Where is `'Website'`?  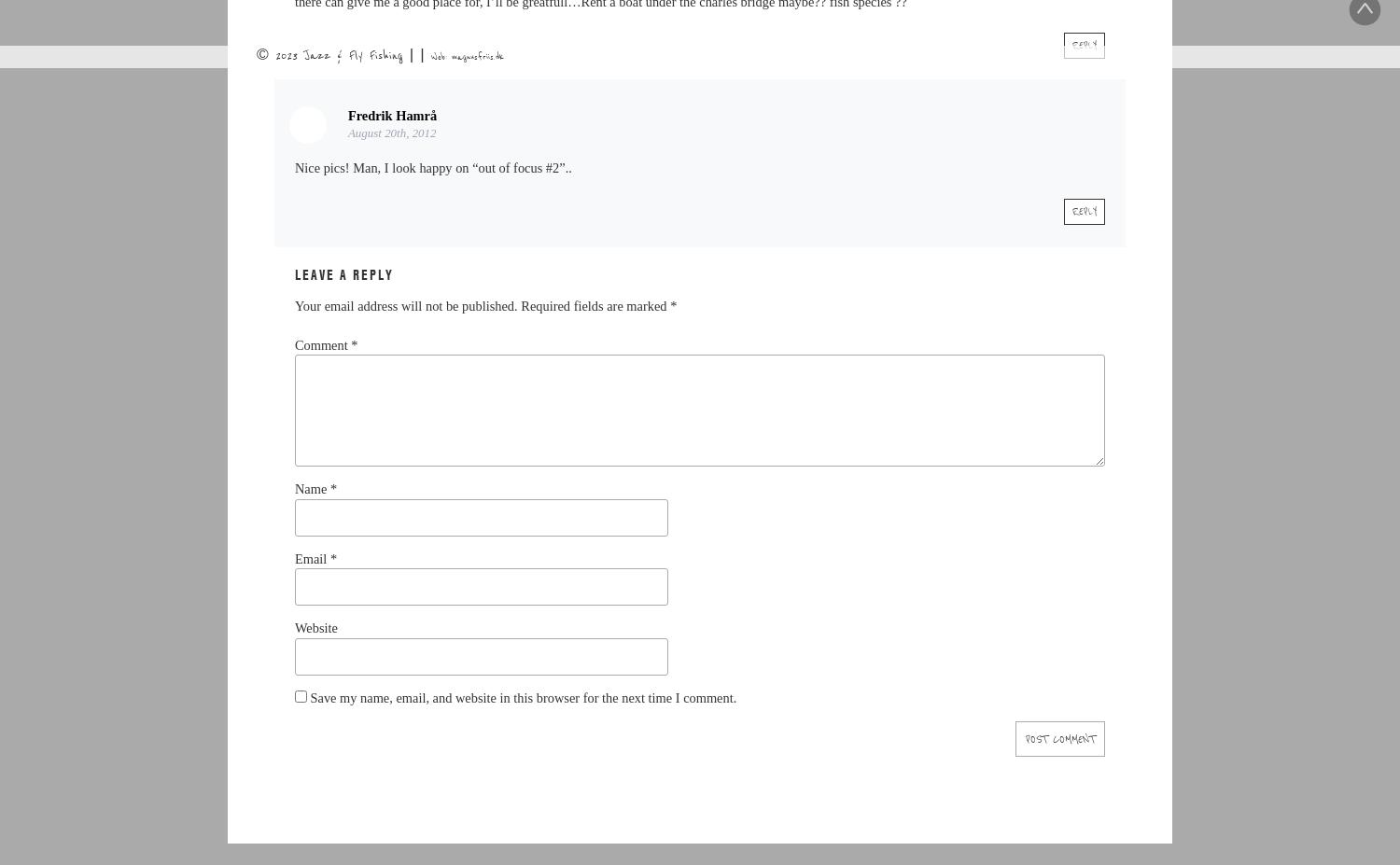
'Website' is located at coordinates (293, 627).